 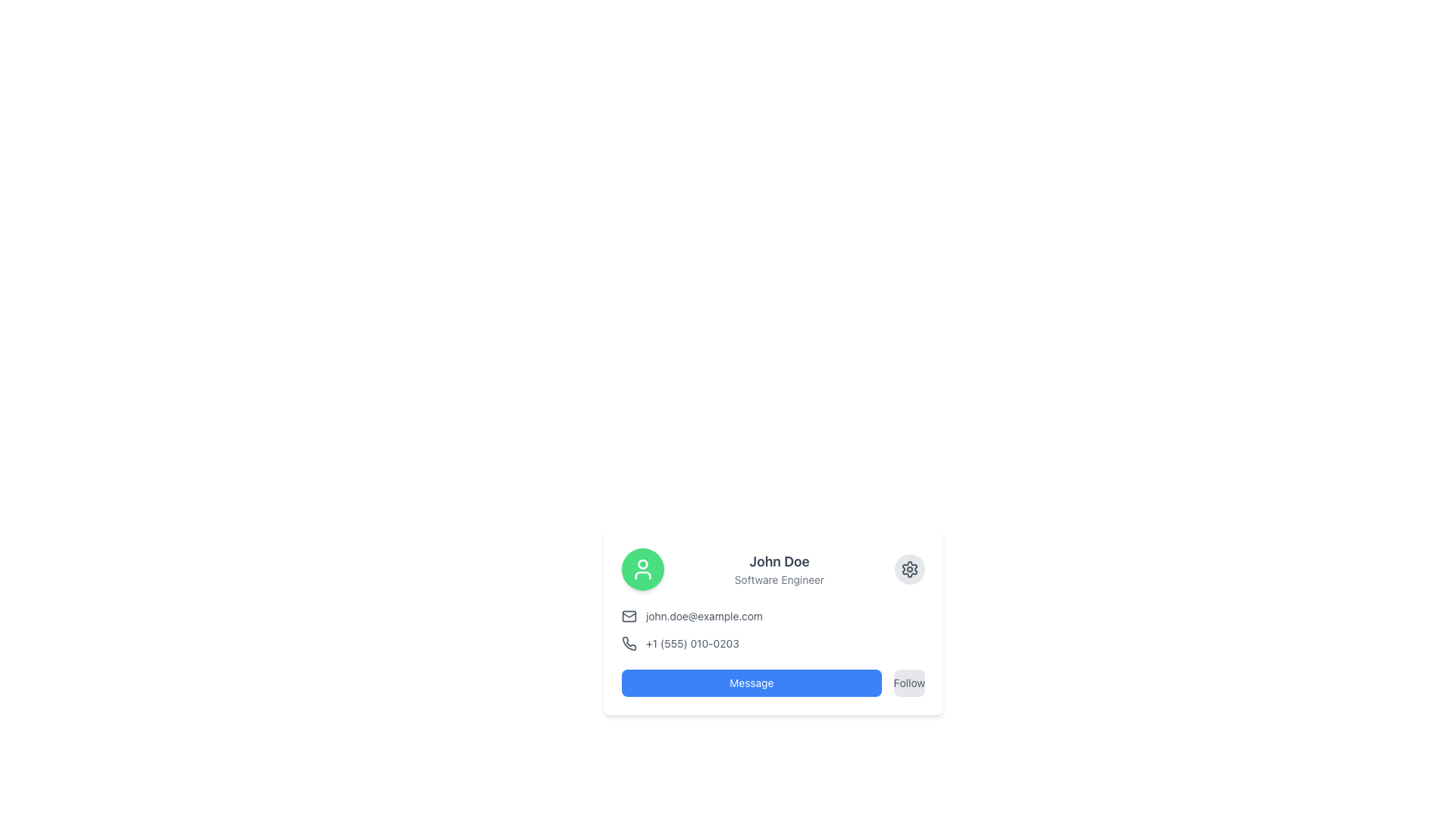 What do you see at coordinates (752, 683) in the screenshot?
I see `the button located in the lower section of a user information card to initiate a messaging action` at bounding box center [752, 683].